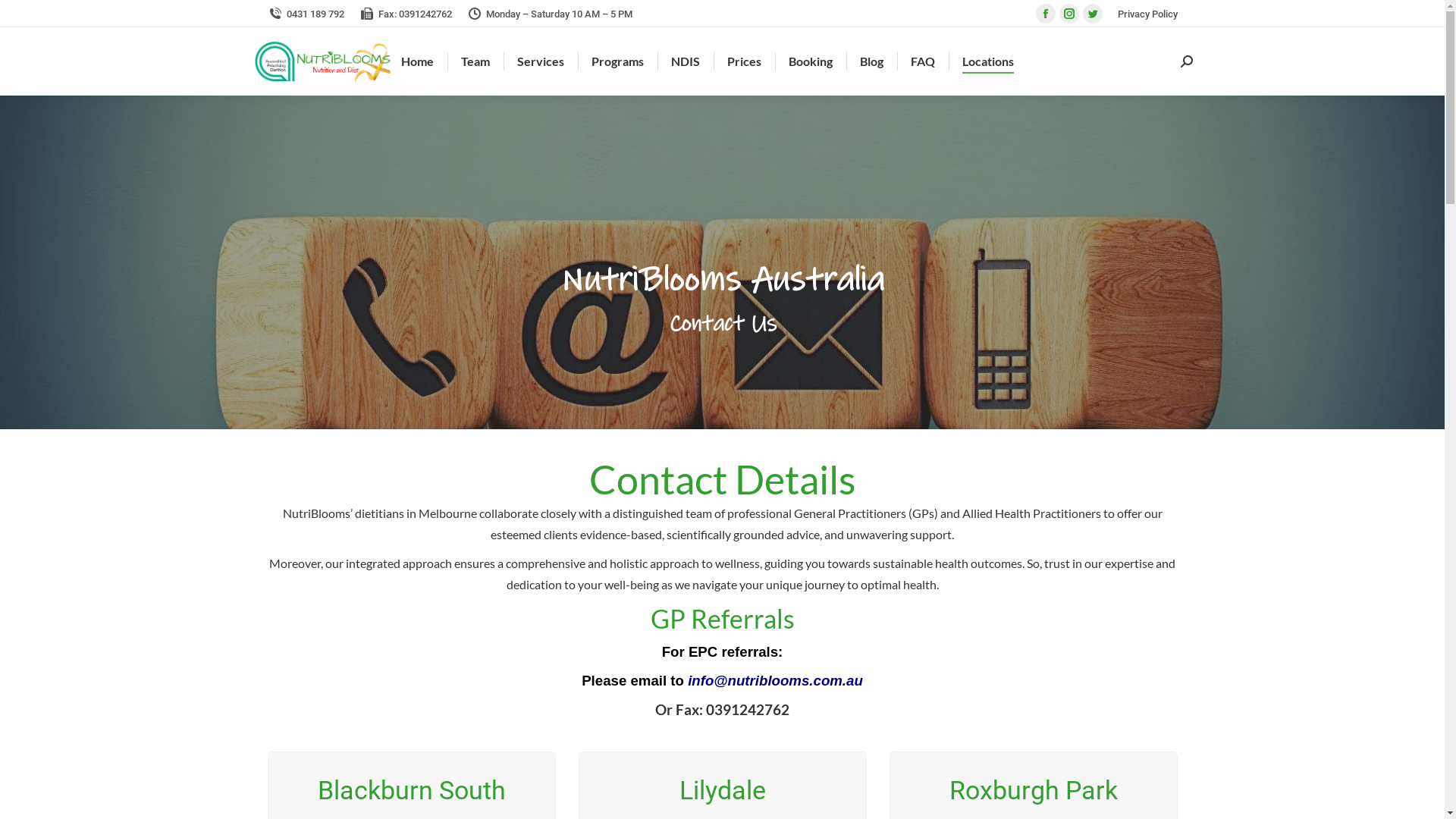  What do you see at coordinates (617, 61) in the screenshot?
I see `'Programs'` at bounding box center [617, 61].